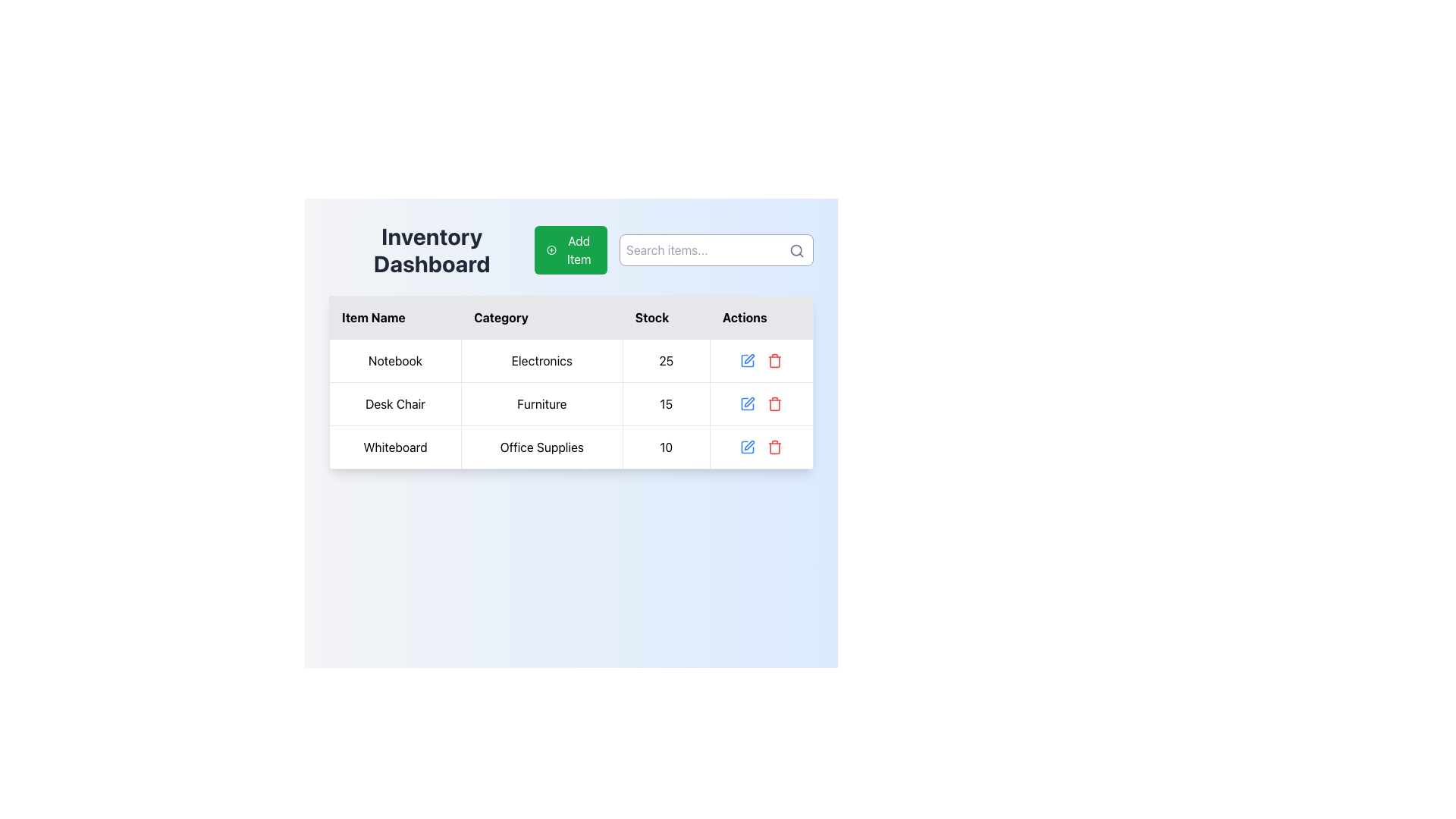  What do you see at coordinates (570, 360) in the screenshot?
I see `to select the topmost row in the inventory dashboard table, which contains details like name, category, and stock count` at bounding box center [570, 360].